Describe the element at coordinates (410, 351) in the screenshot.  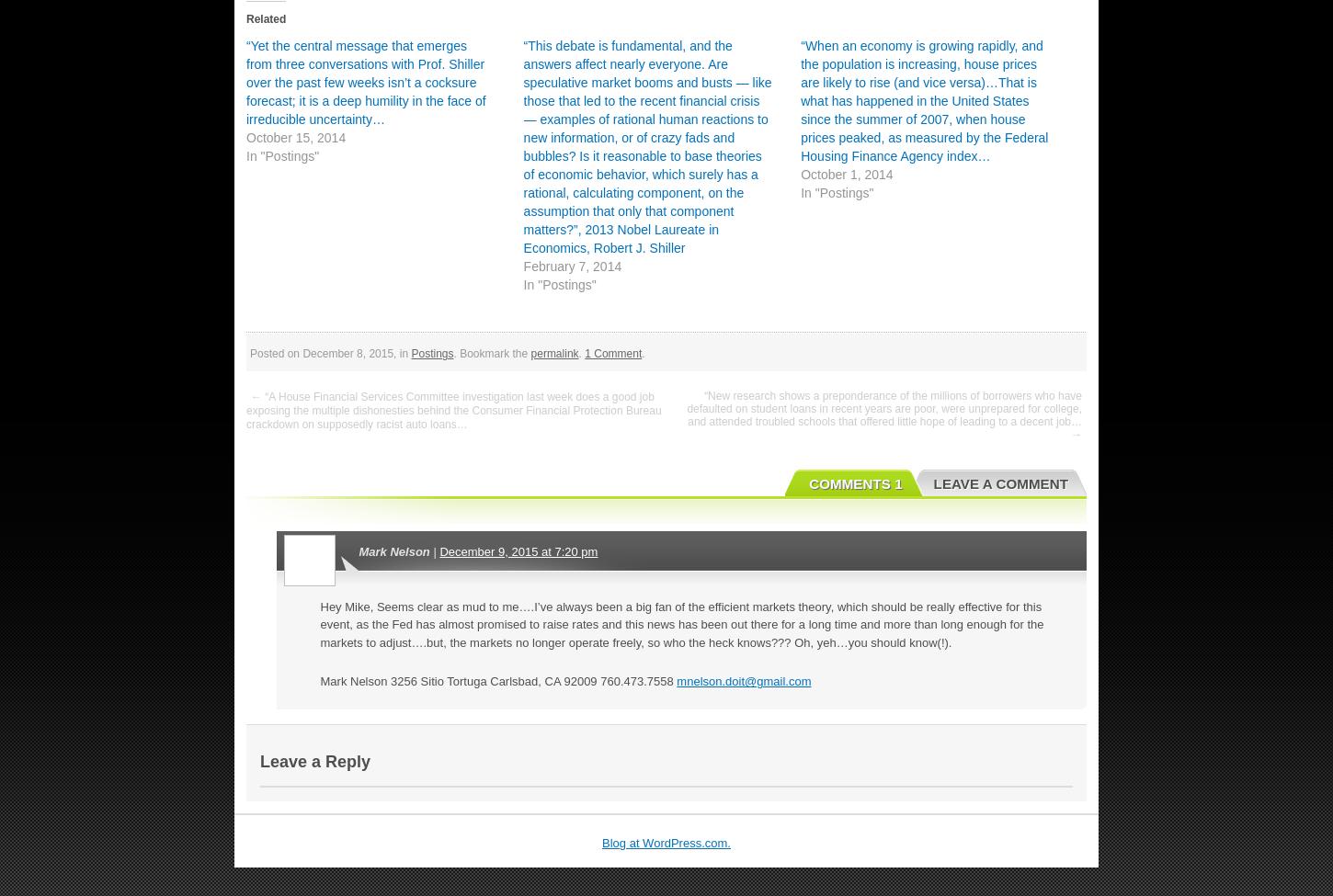
I see `'Postings'` at that location.